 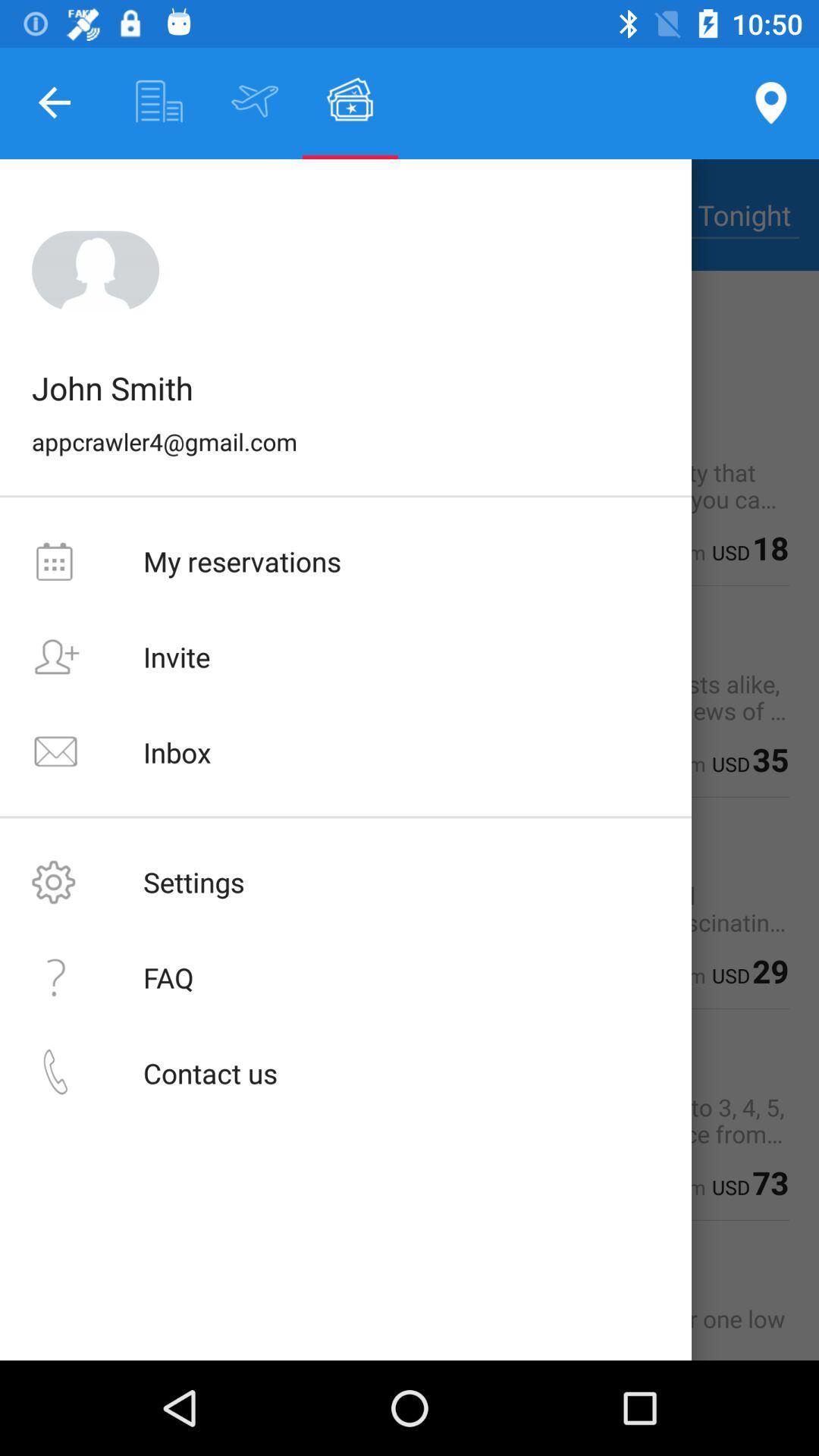 What do you see at coordinates (350, 100) in the screenshot?
I see `icon left to location icon at the top` at bounding box center [350, 100].